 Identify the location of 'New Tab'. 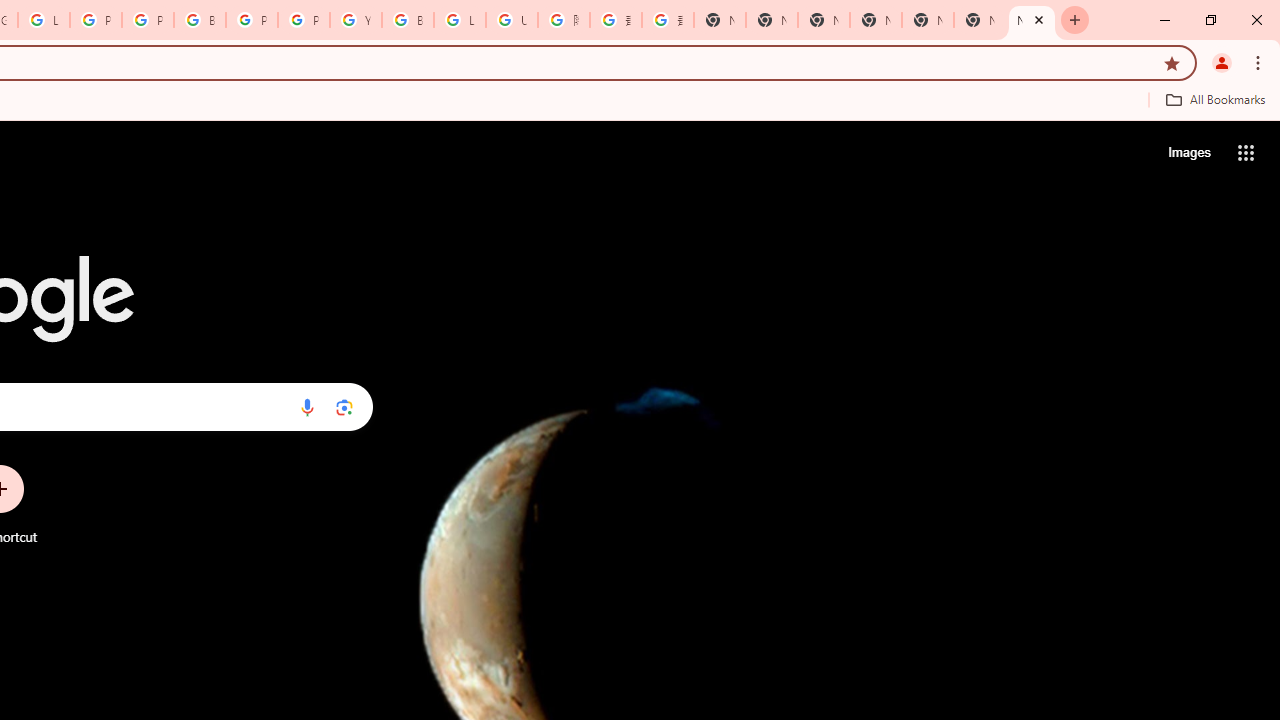
(1032, 20).